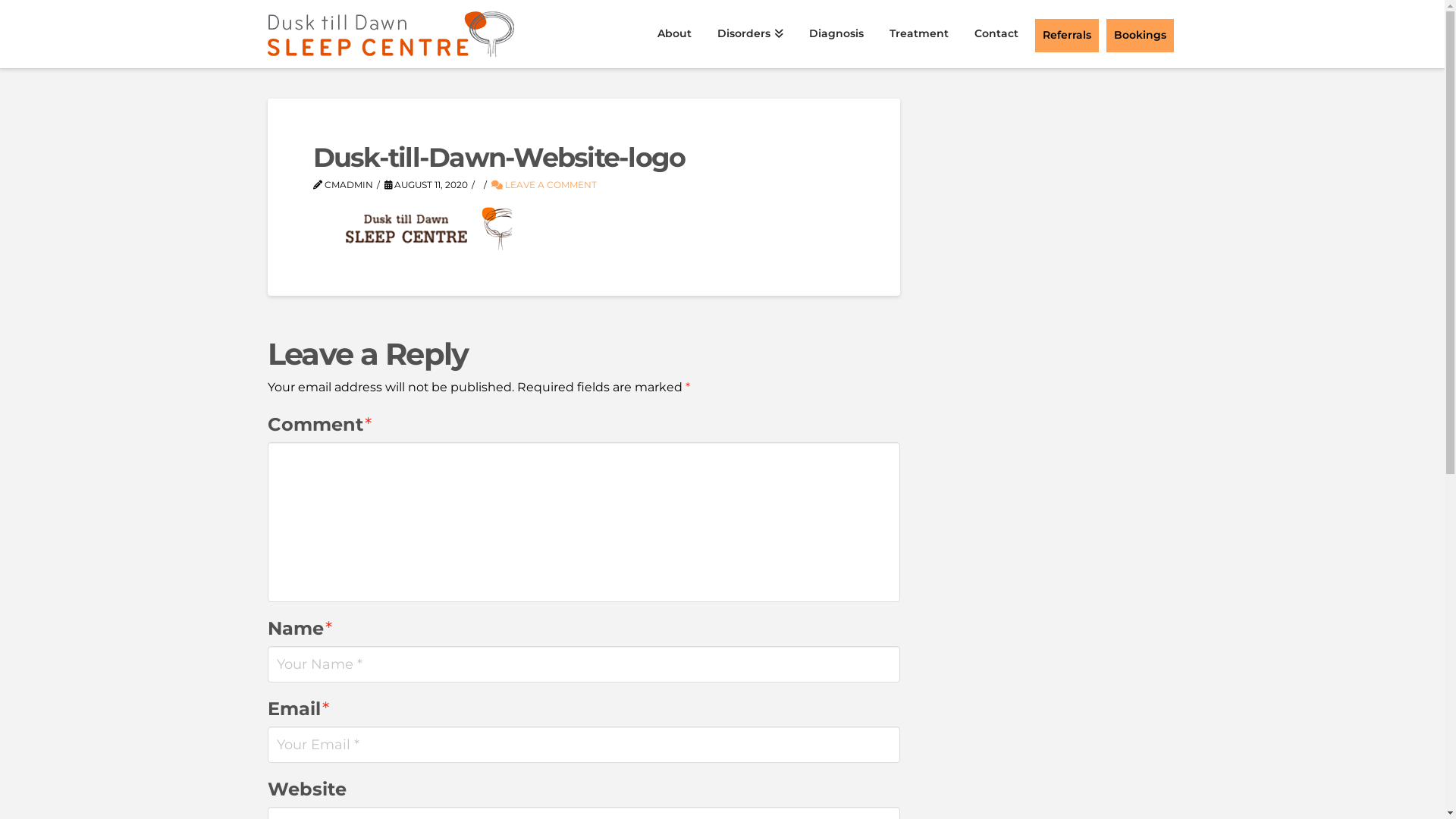  Describe the element at coordinates (1065, 34) in the screenshot. I see `'Referrals'` at that location.